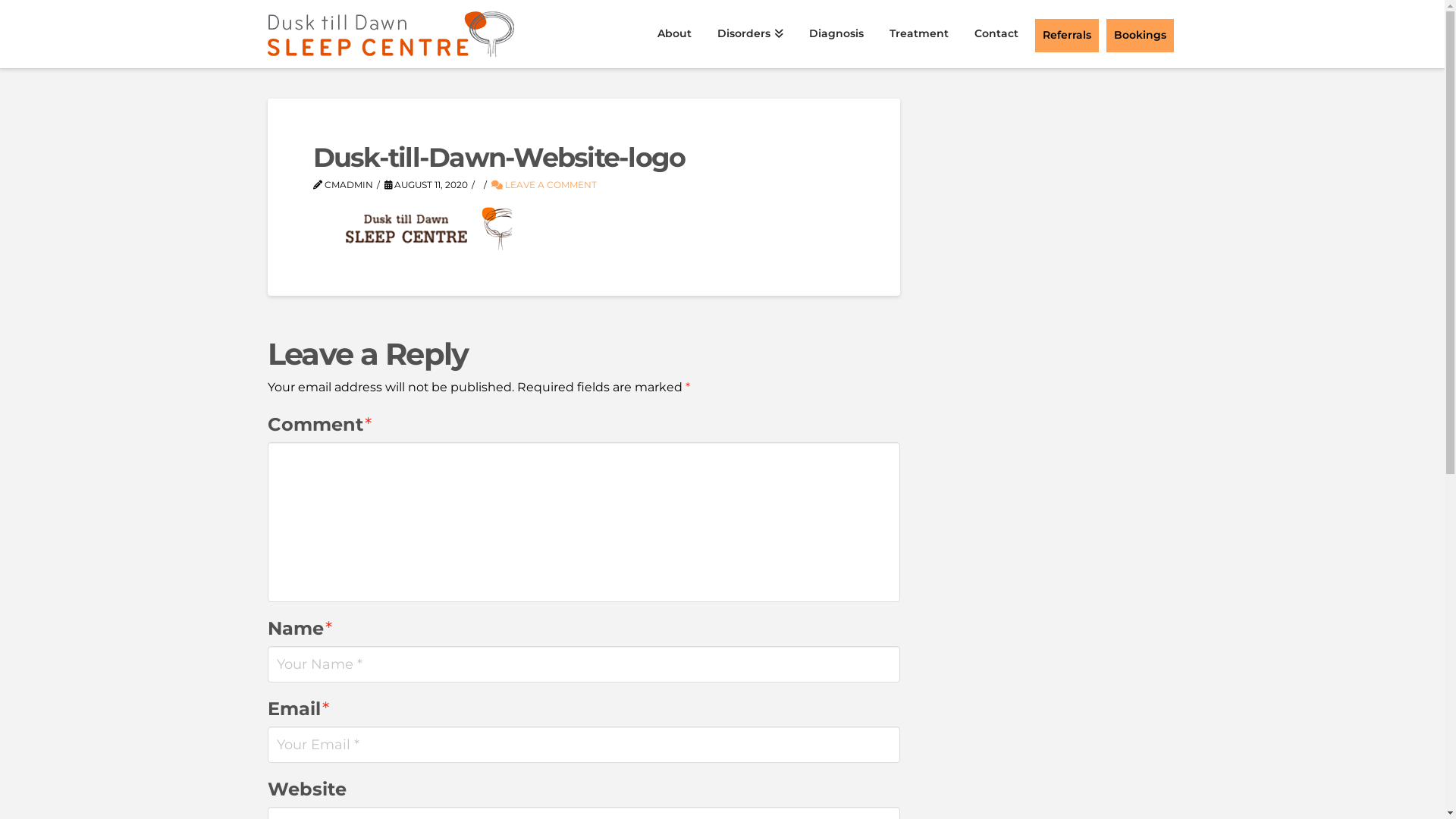  Describe the element at coordinates (1065, 34) in the screenshot. I see `'Referrals'` at that location.